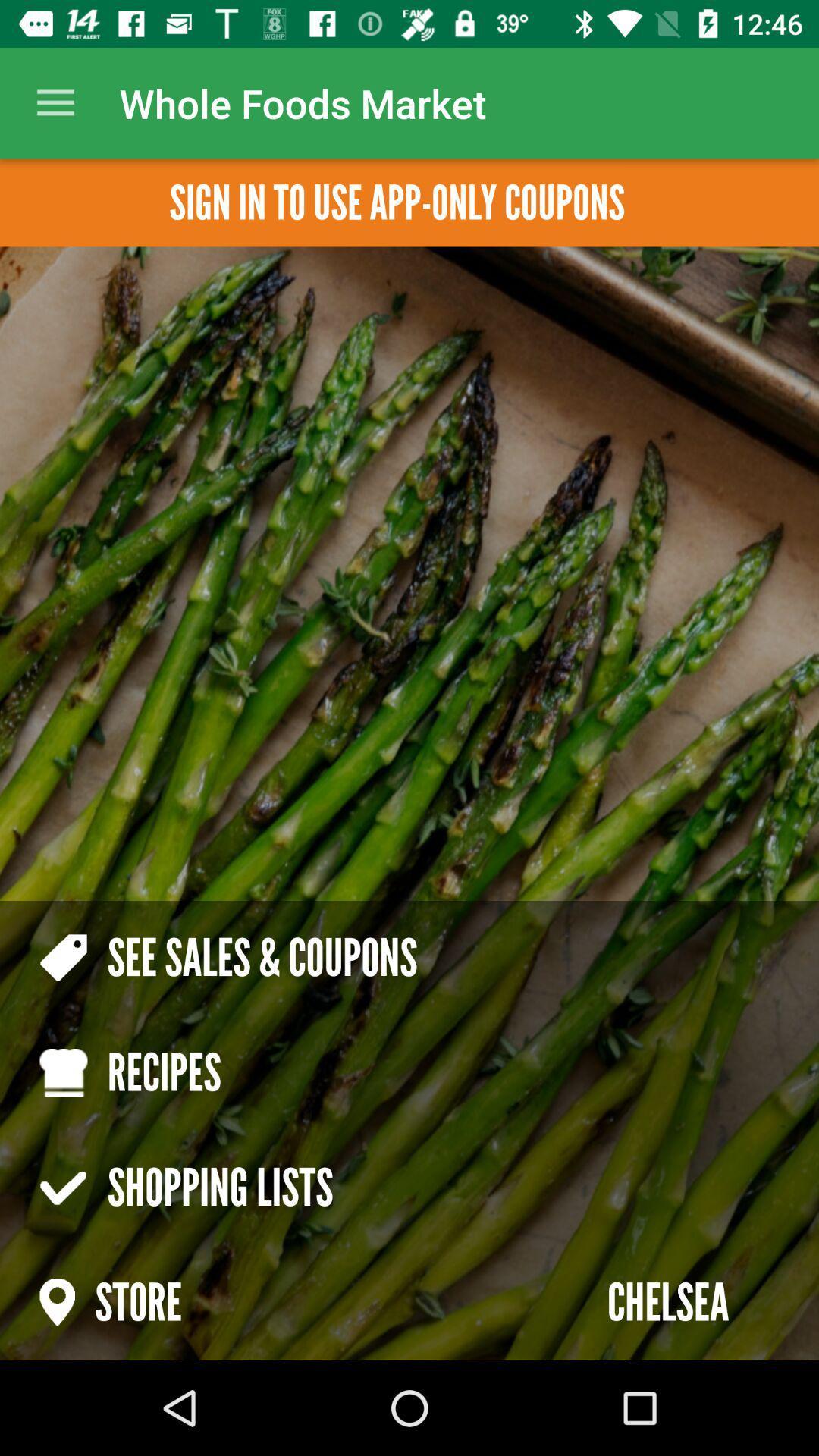  What do you see at coordinates (55, 102) in the screenshot?
I see `item to the left of whole foods market icon` at bounding box center [55, 102].